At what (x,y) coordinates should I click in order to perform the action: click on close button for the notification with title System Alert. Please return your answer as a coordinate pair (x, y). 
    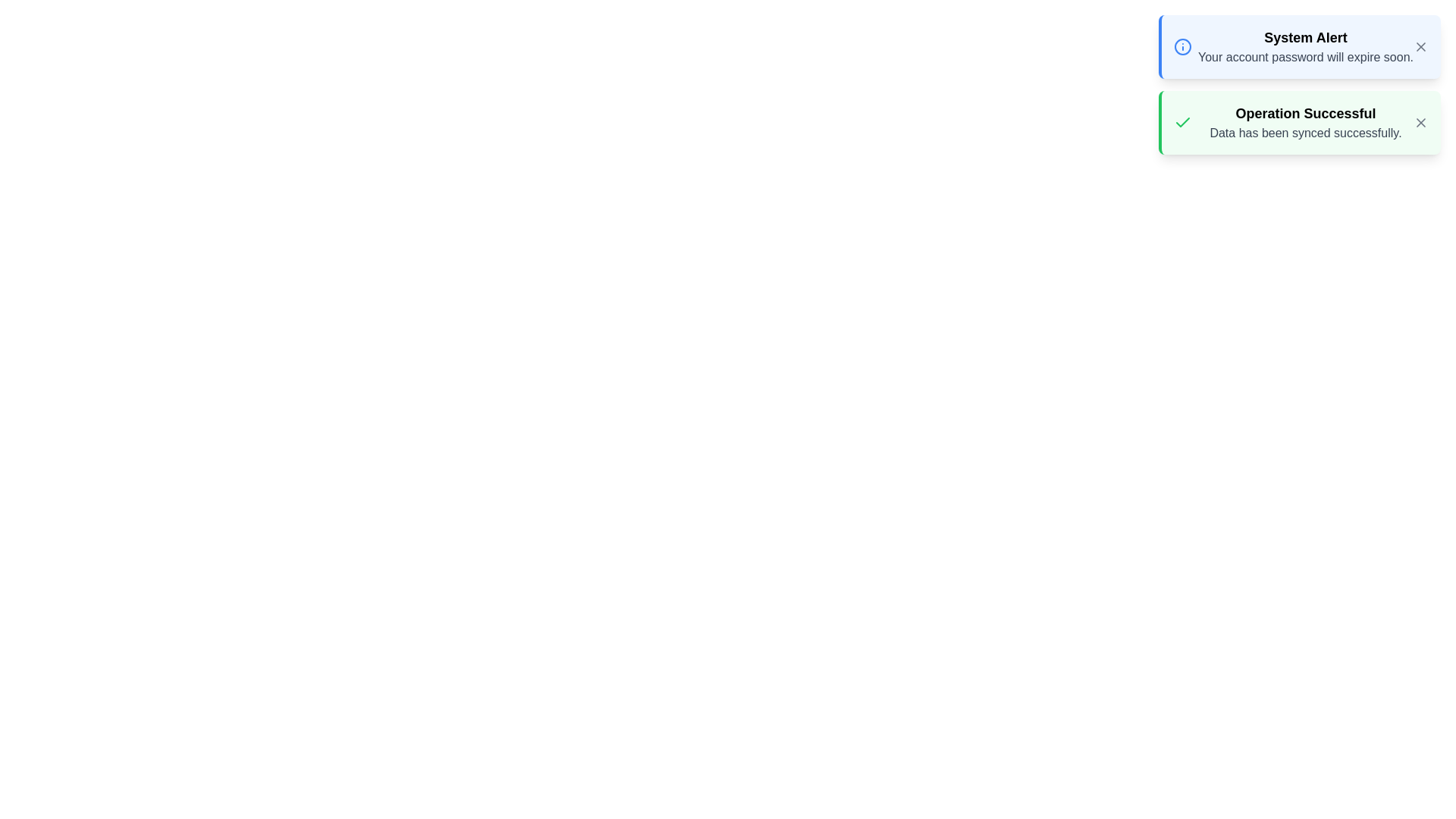
    Looking at the image, I should click on (1420, 45).